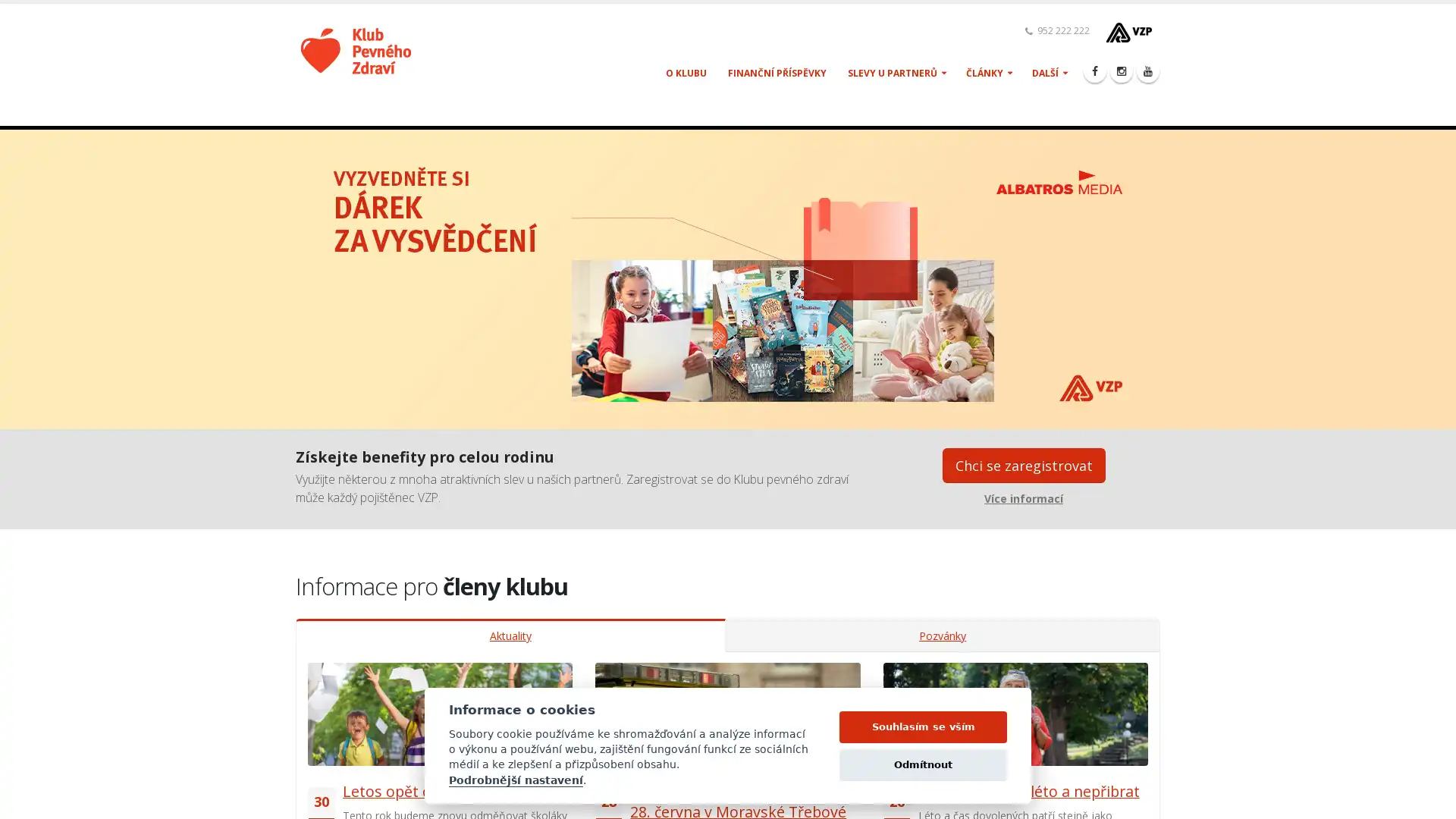 The image size is (1456, 819). I want to click on Odmitnout, so click(922, 772).